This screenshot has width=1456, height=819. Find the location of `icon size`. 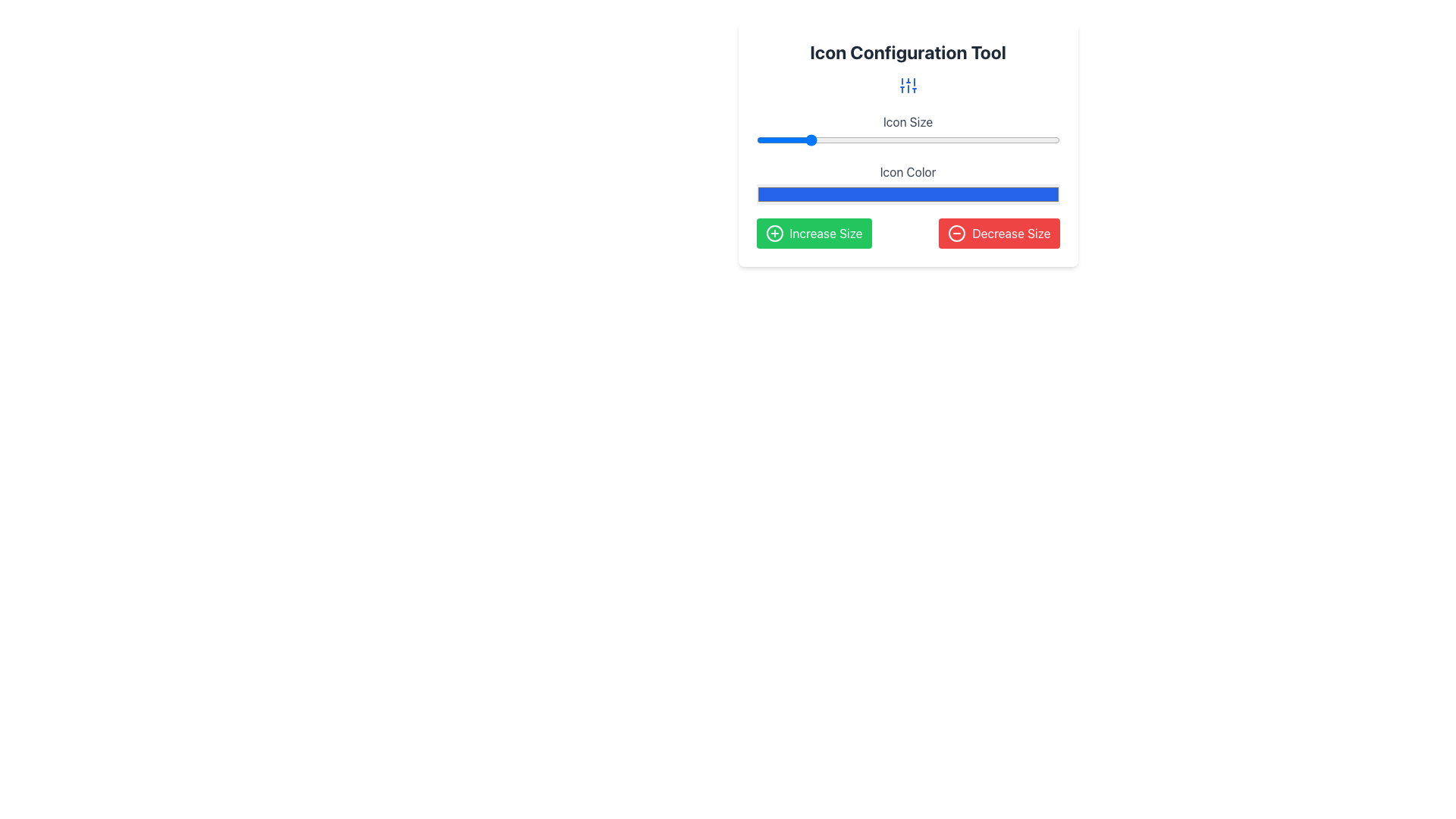

icon size is located at coordinates (756, 140).